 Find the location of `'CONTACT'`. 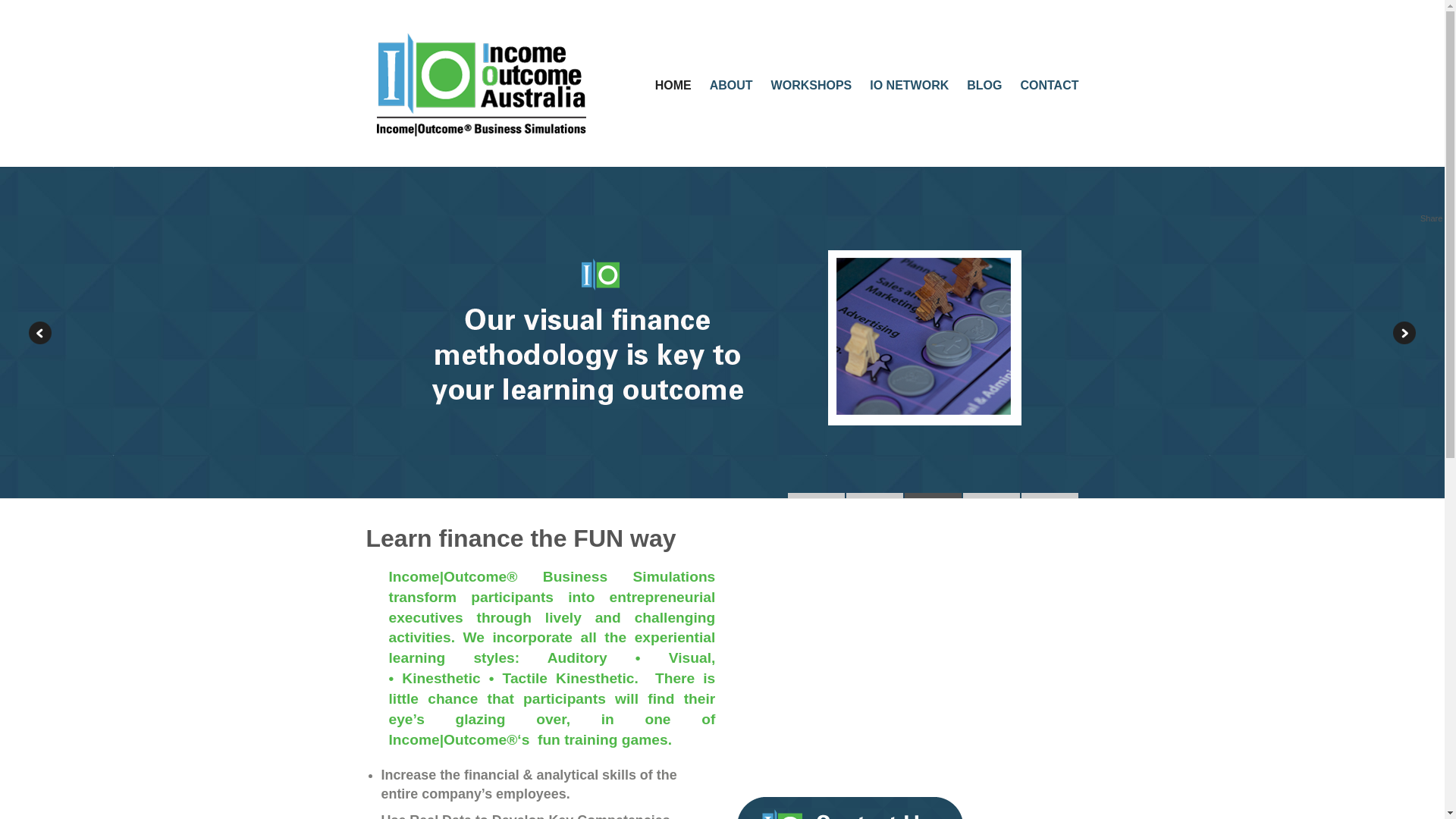

'CONTACT' is located at coordinates (1048, 85).